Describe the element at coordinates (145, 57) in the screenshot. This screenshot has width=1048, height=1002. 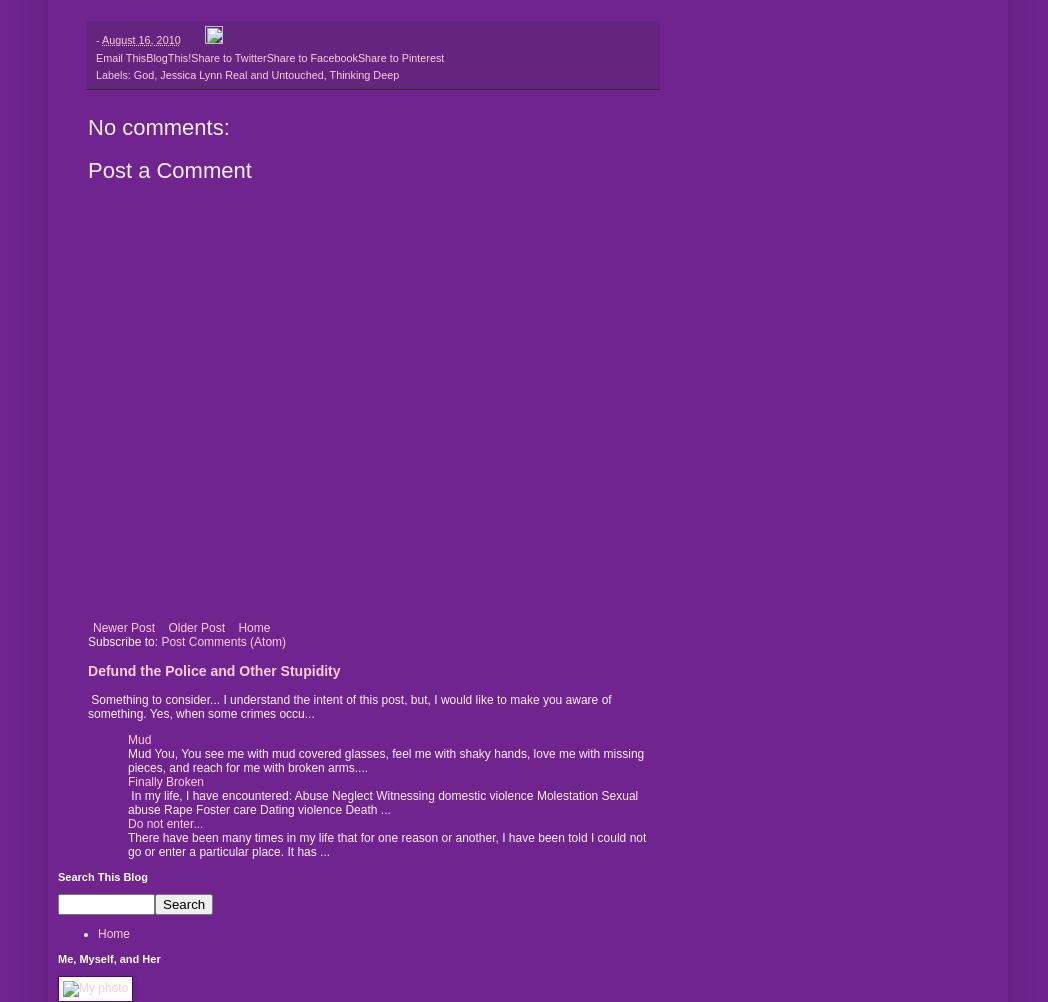
I see `'BlogThis!'` at that location.